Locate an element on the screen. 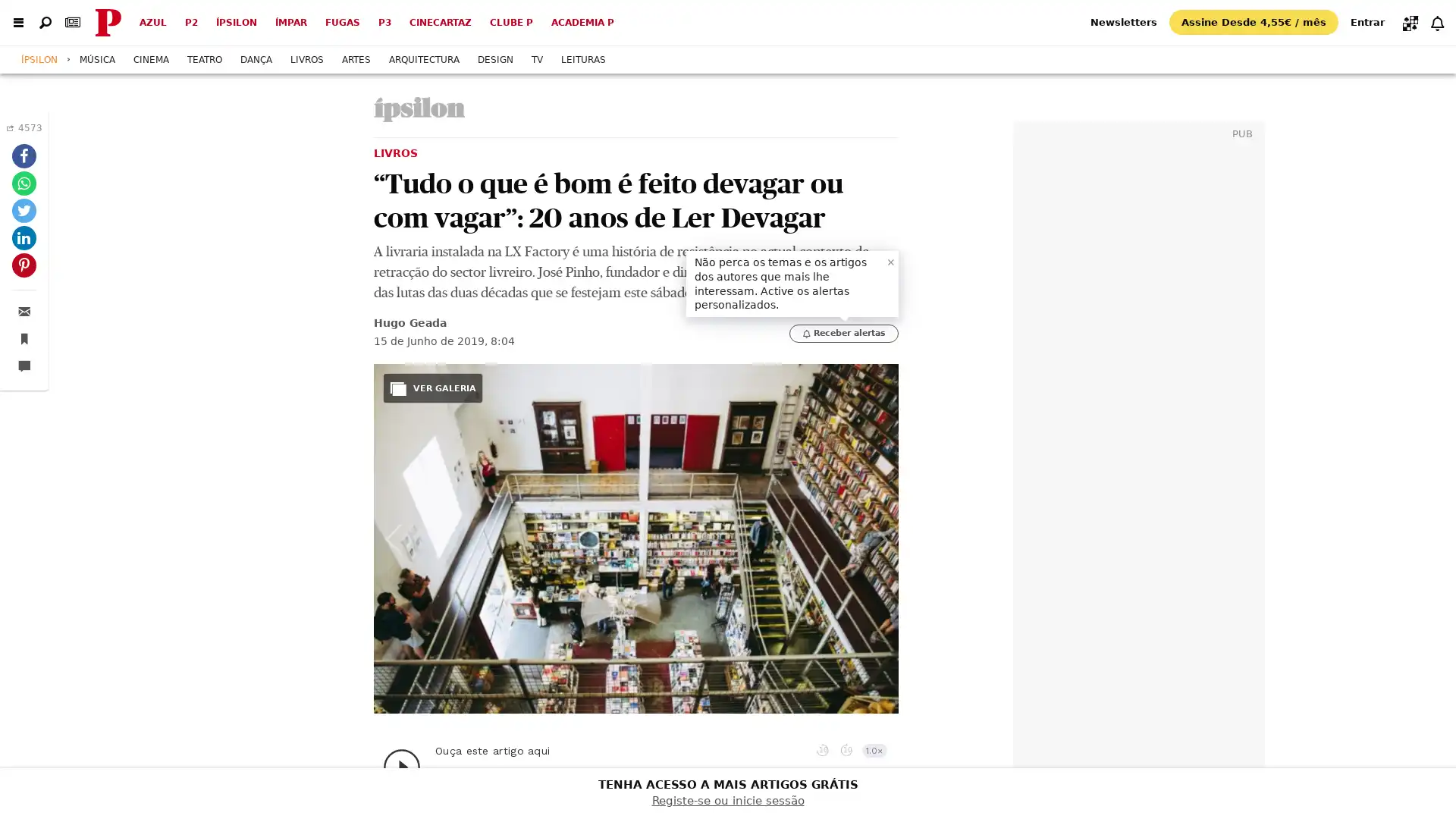 This screenshot has height=819, width=1456. Entrar is located at coordinates (1367, 21).